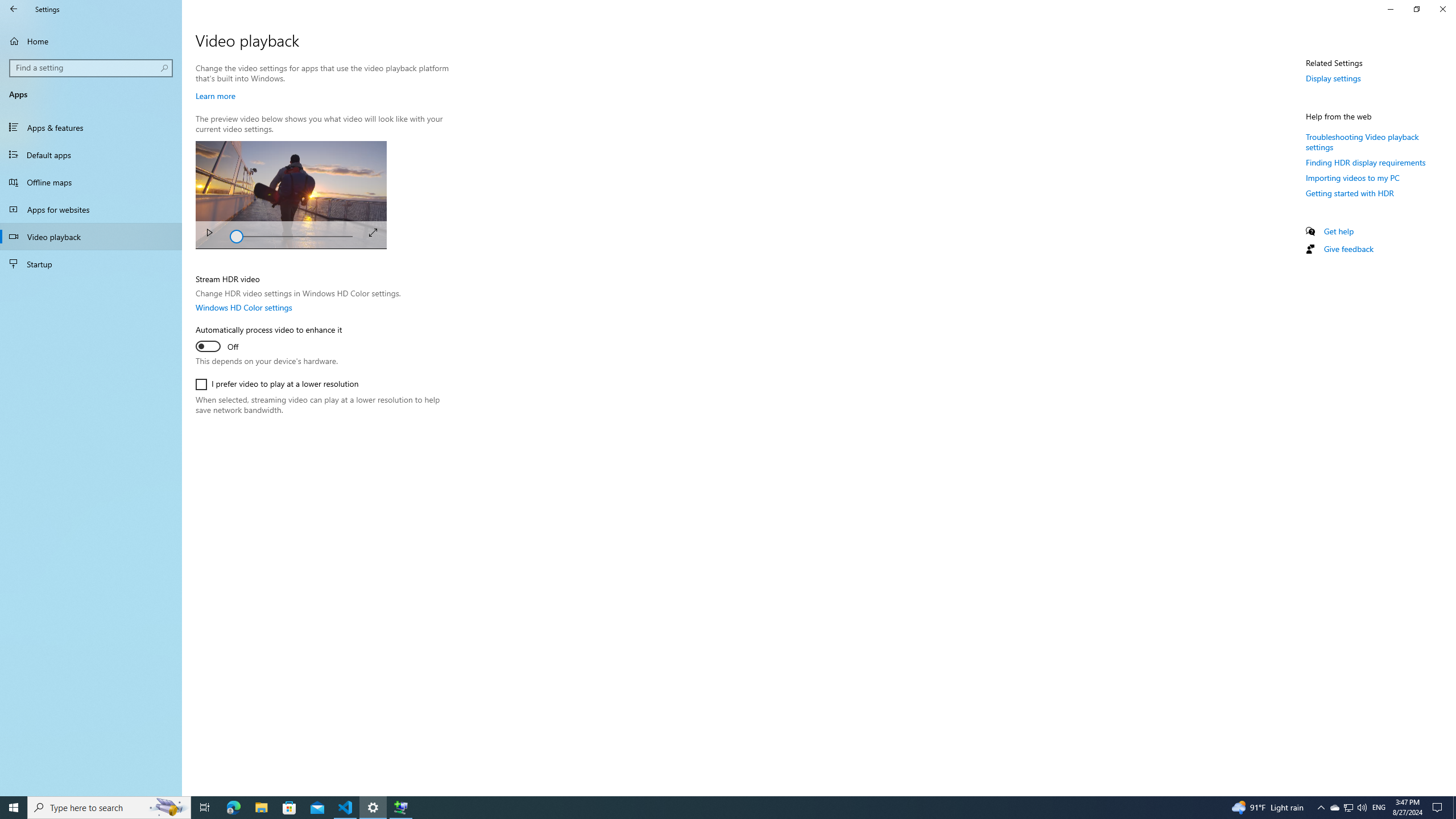 The width and height of the screenshot is (1456, 819). I want to click on 'Apps for websites', so click(90, 209).